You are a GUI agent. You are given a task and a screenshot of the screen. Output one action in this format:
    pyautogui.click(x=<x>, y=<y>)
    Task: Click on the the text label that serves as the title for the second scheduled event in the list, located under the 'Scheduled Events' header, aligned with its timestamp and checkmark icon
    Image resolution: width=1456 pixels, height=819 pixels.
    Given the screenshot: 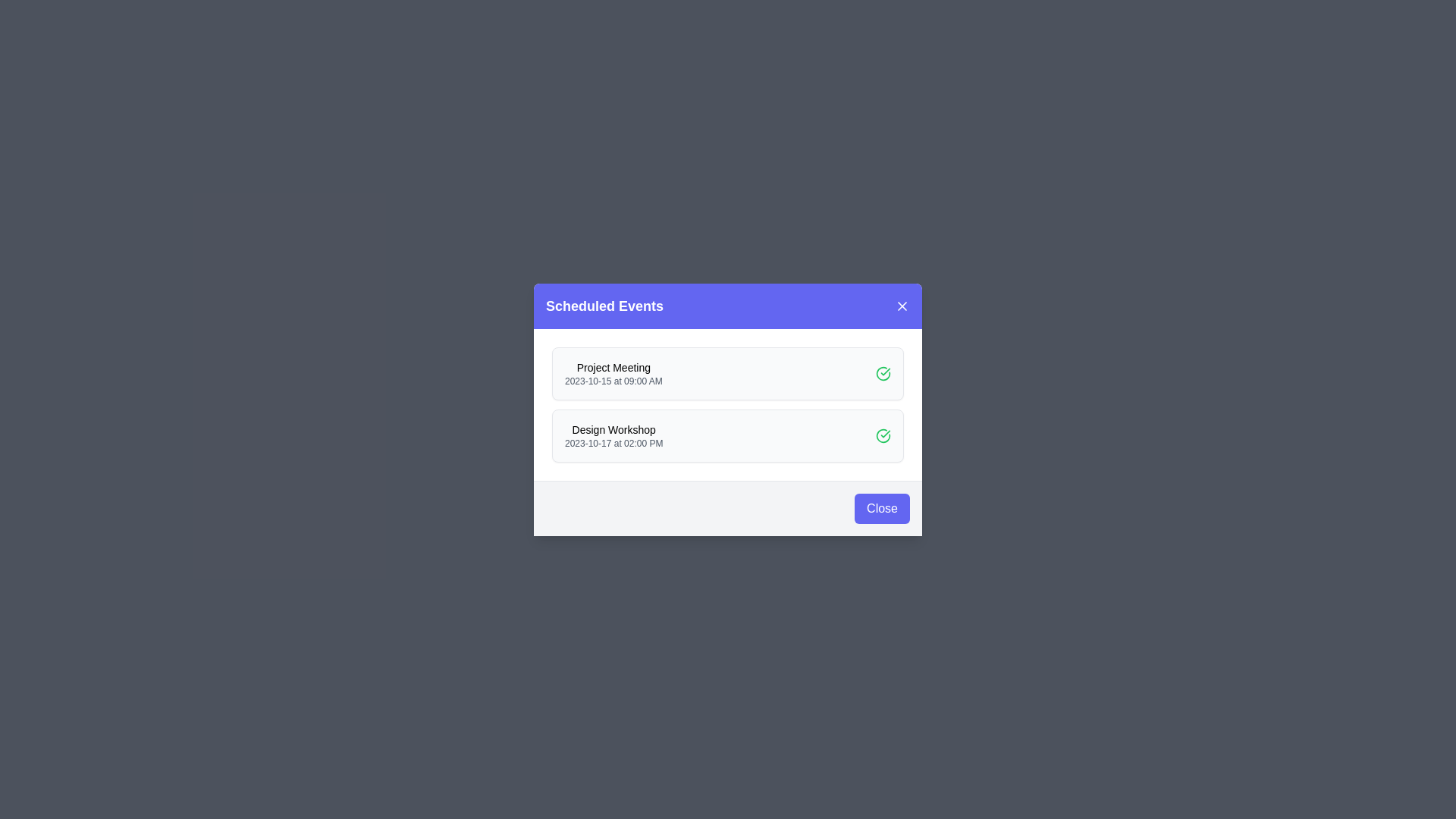 What is the action you would take?
    pyautogui.click(x=613, y=429)
    